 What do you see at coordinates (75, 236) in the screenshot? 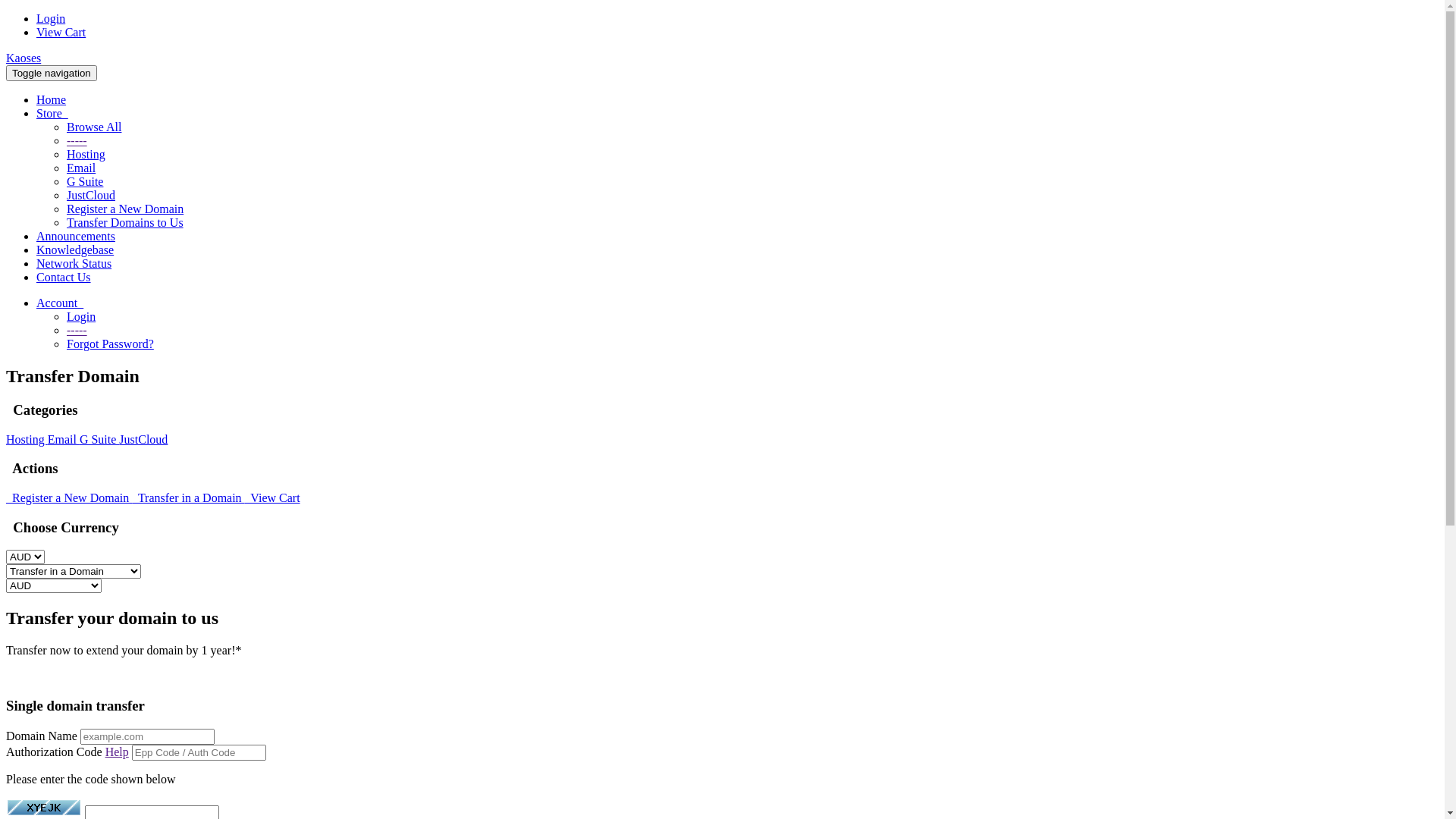
I see `'Announcements'` at bounding box center [75, 236].